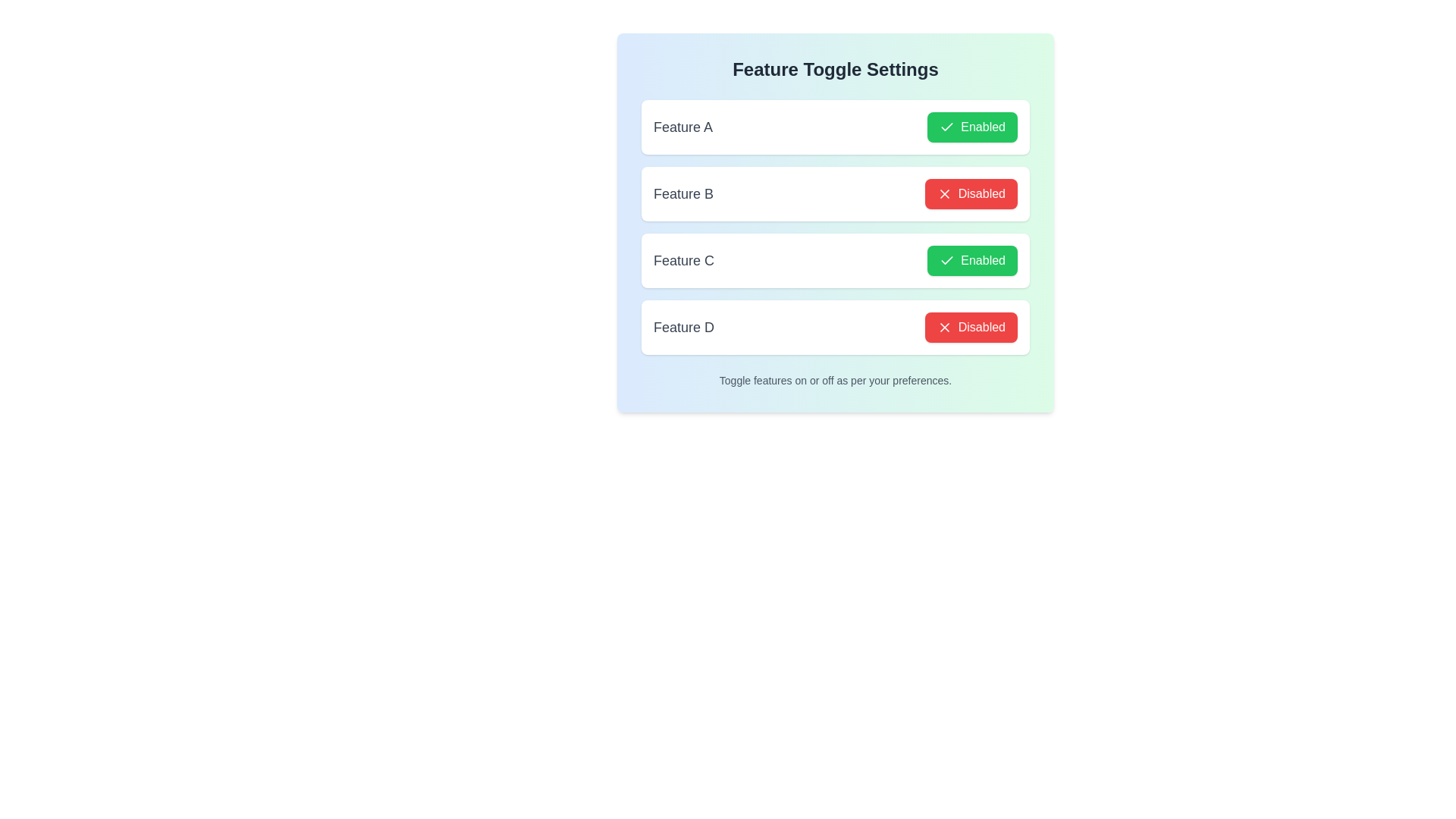  I want to click on the activation status button for 'Feature A', so click(972, 127).